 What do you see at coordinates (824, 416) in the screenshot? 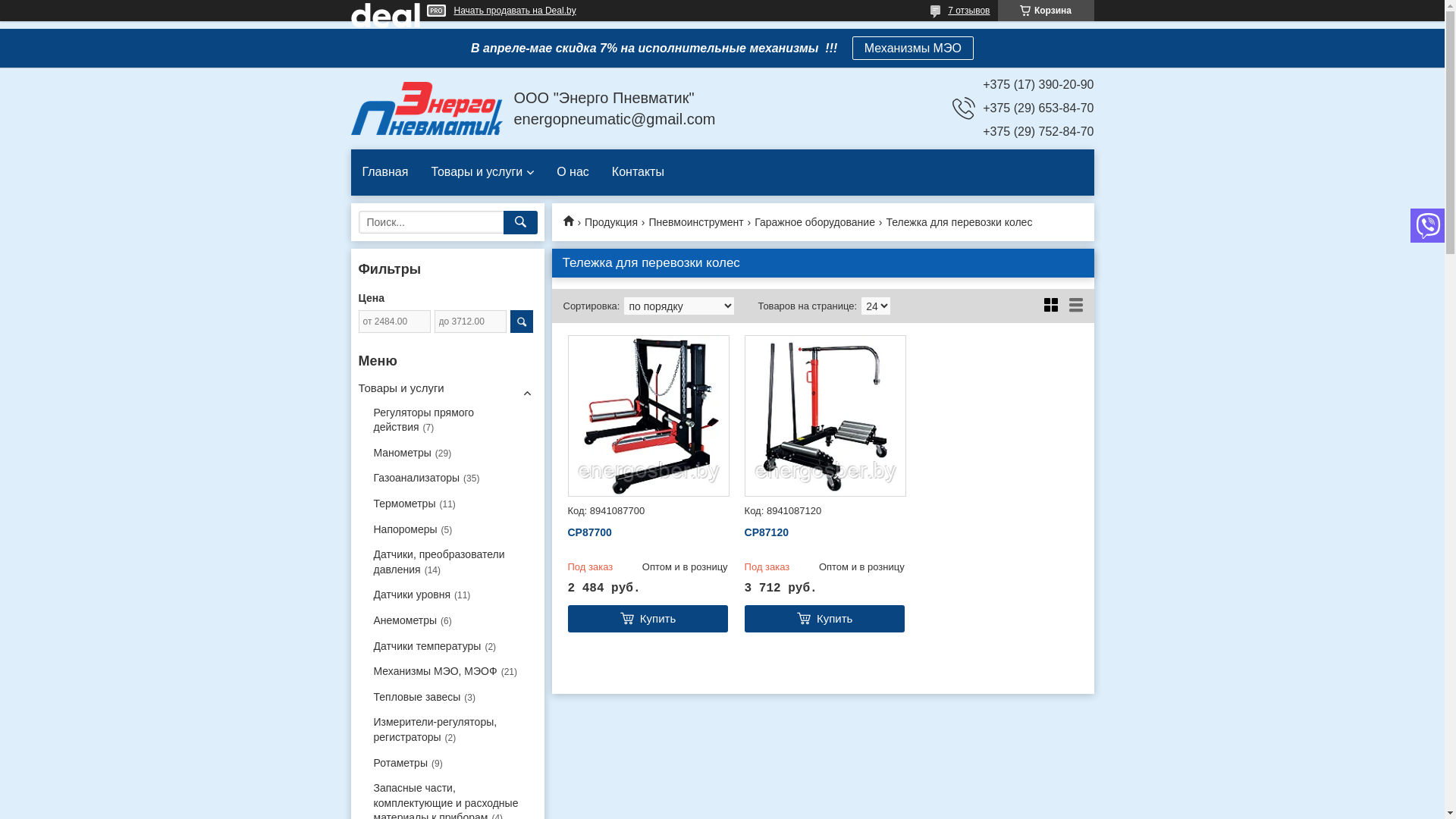
I see `'CP87120'` at bounding box center [824, 416].